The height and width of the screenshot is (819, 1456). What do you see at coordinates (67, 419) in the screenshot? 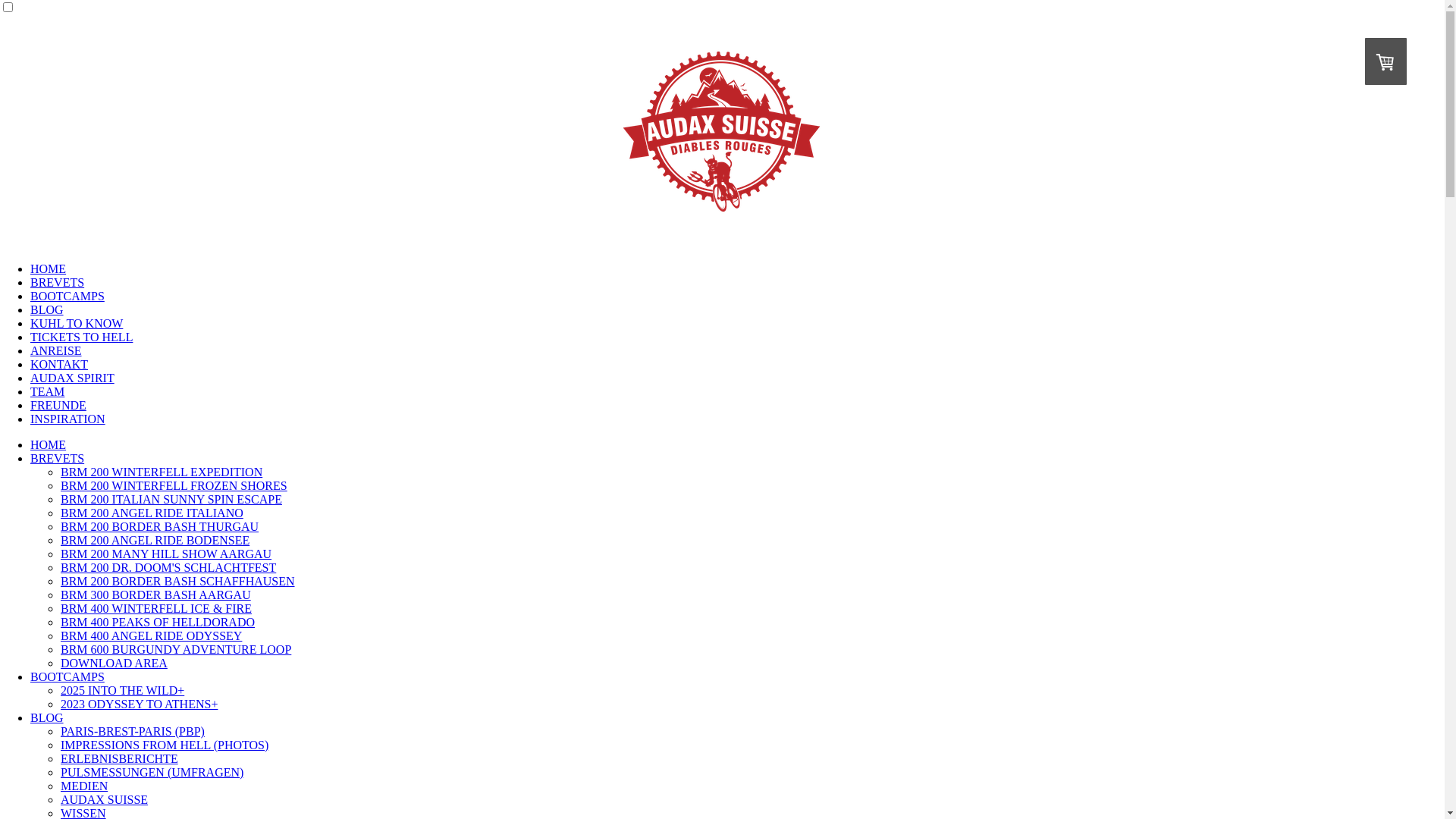
I see `'INSPIRATION'` at bounding box center [67, 419].